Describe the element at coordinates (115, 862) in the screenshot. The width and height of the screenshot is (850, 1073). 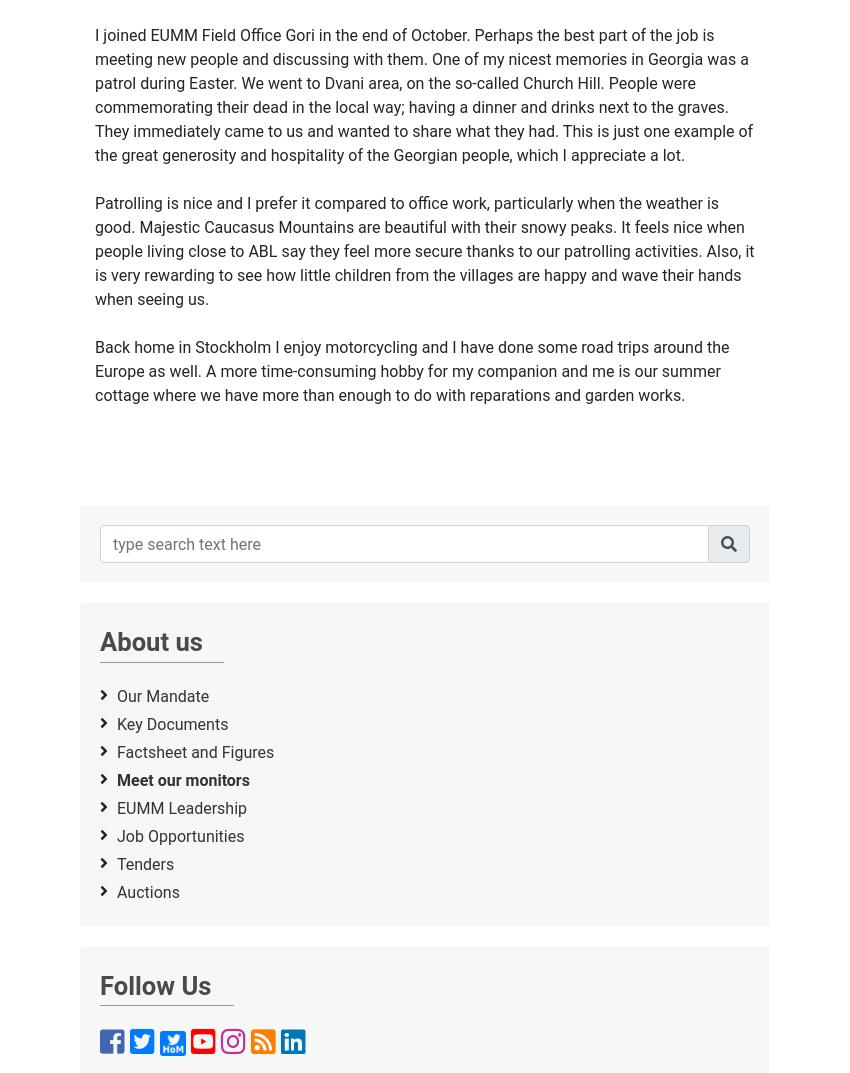
I see `'Tenders'` at that location.